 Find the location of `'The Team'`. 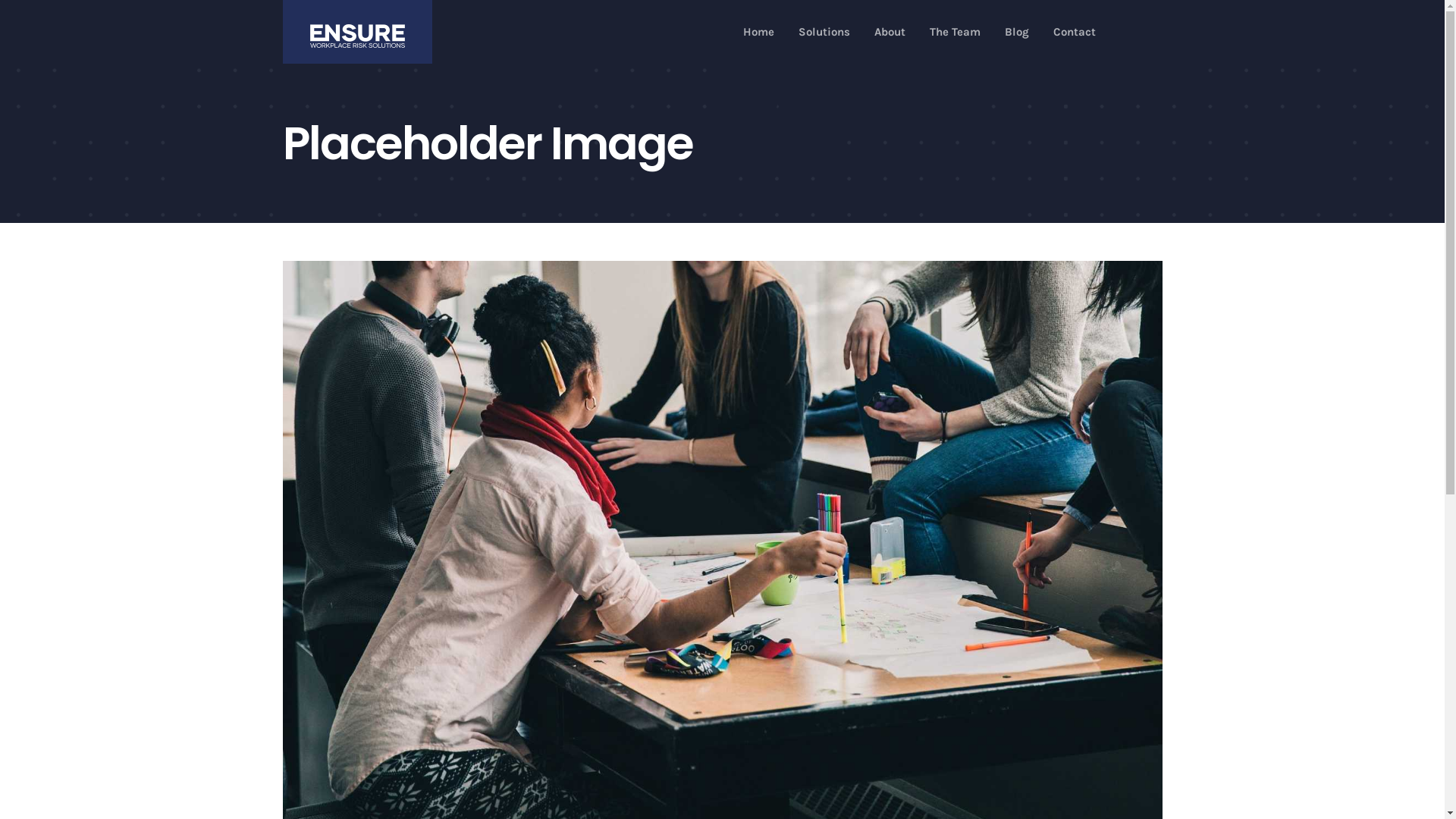

'The Team' is located at coordinates (954, 32).